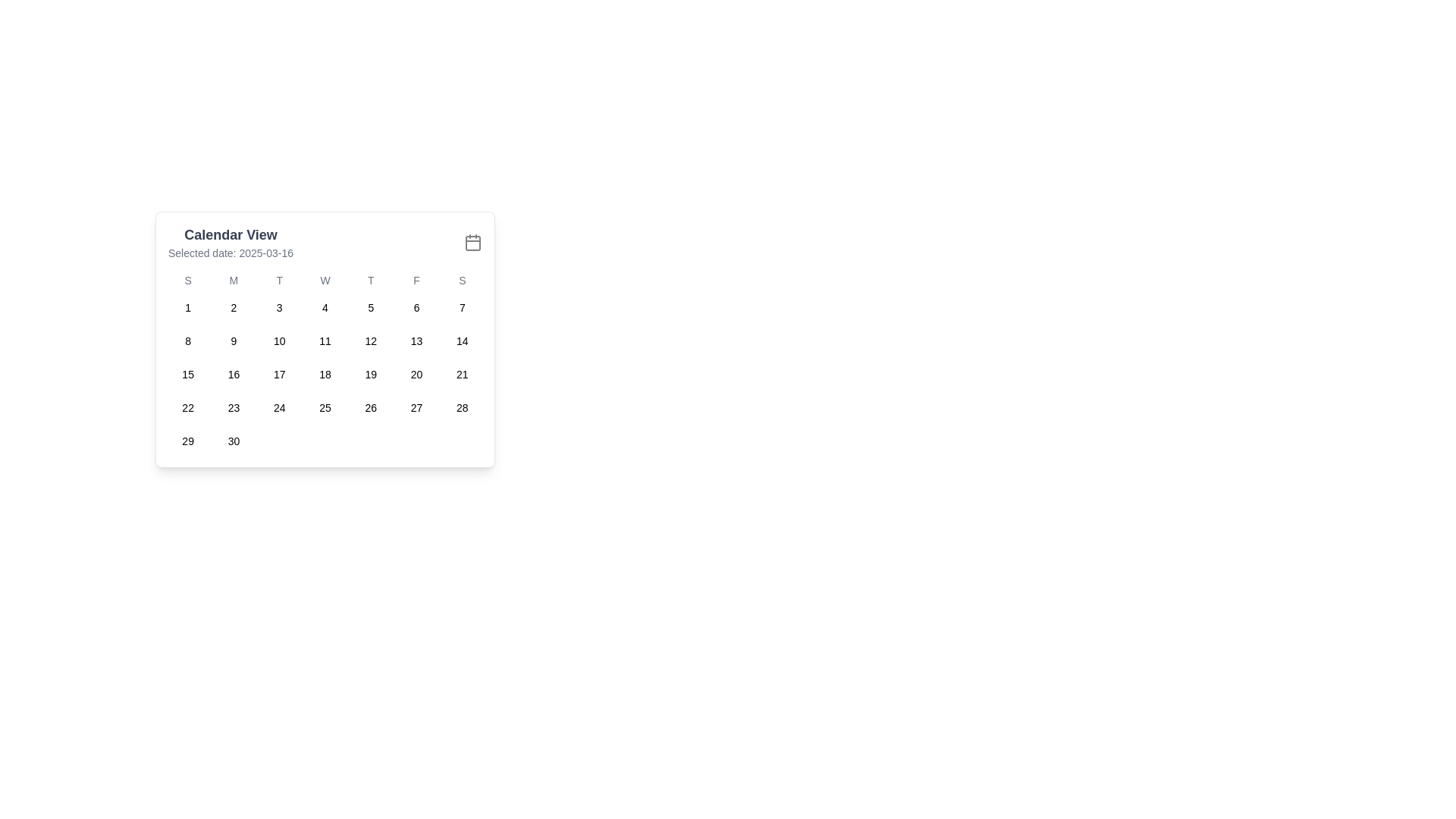  What do you see at coordinates (187, 307) in the screenshot?
I see `the calendar date button located in the first column of the grid layout, which represents a specific date in the monthly calendar view` at bounding box center [187, 307].